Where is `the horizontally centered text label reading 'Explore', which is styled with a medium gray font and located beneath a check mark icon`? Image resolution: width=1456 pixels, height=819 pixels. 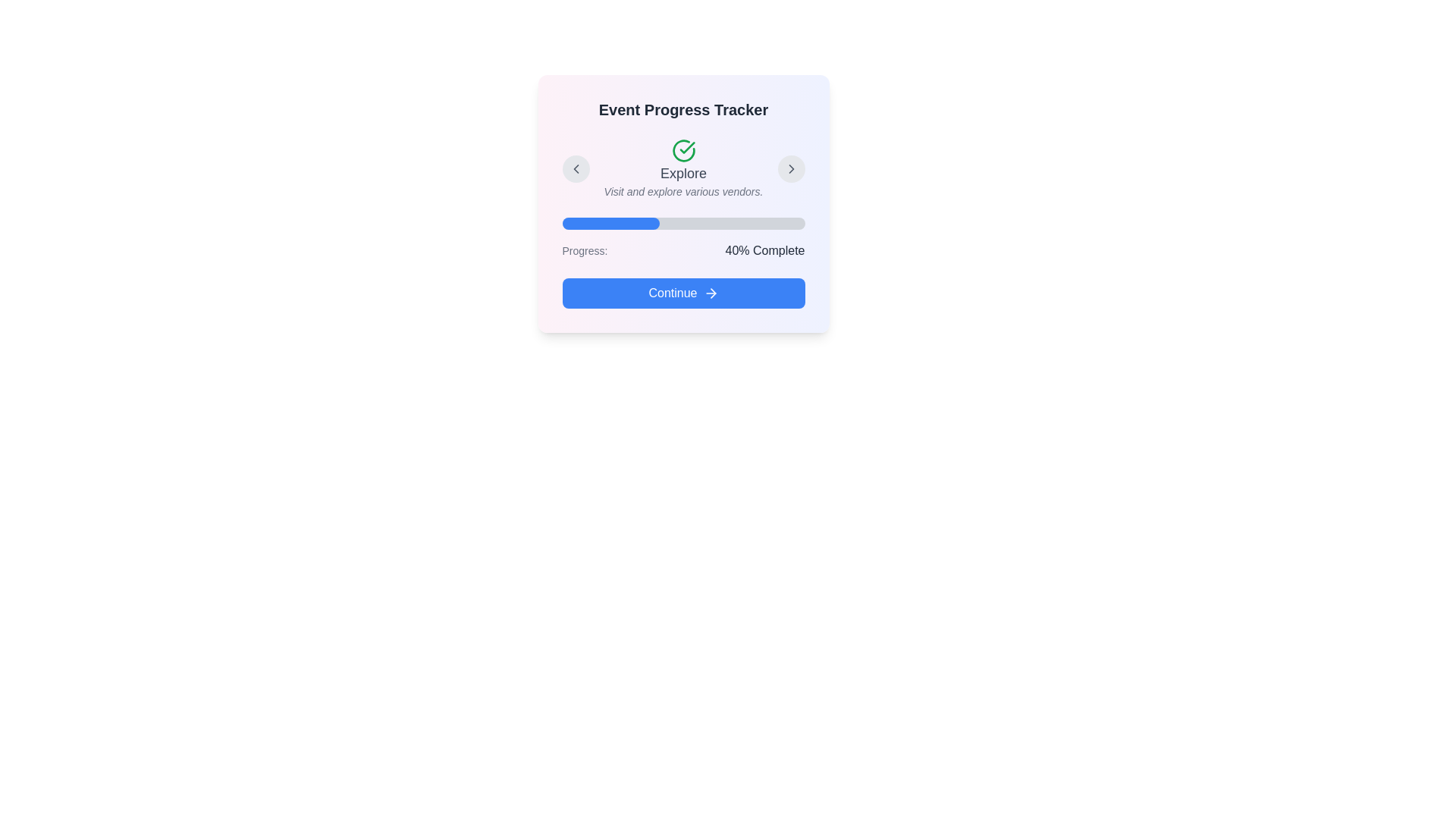 the horizontally centered text label reading 'Explore', which is styled with a medium gray font and located beneath a check mark icon is located at coordinates (682, 172).